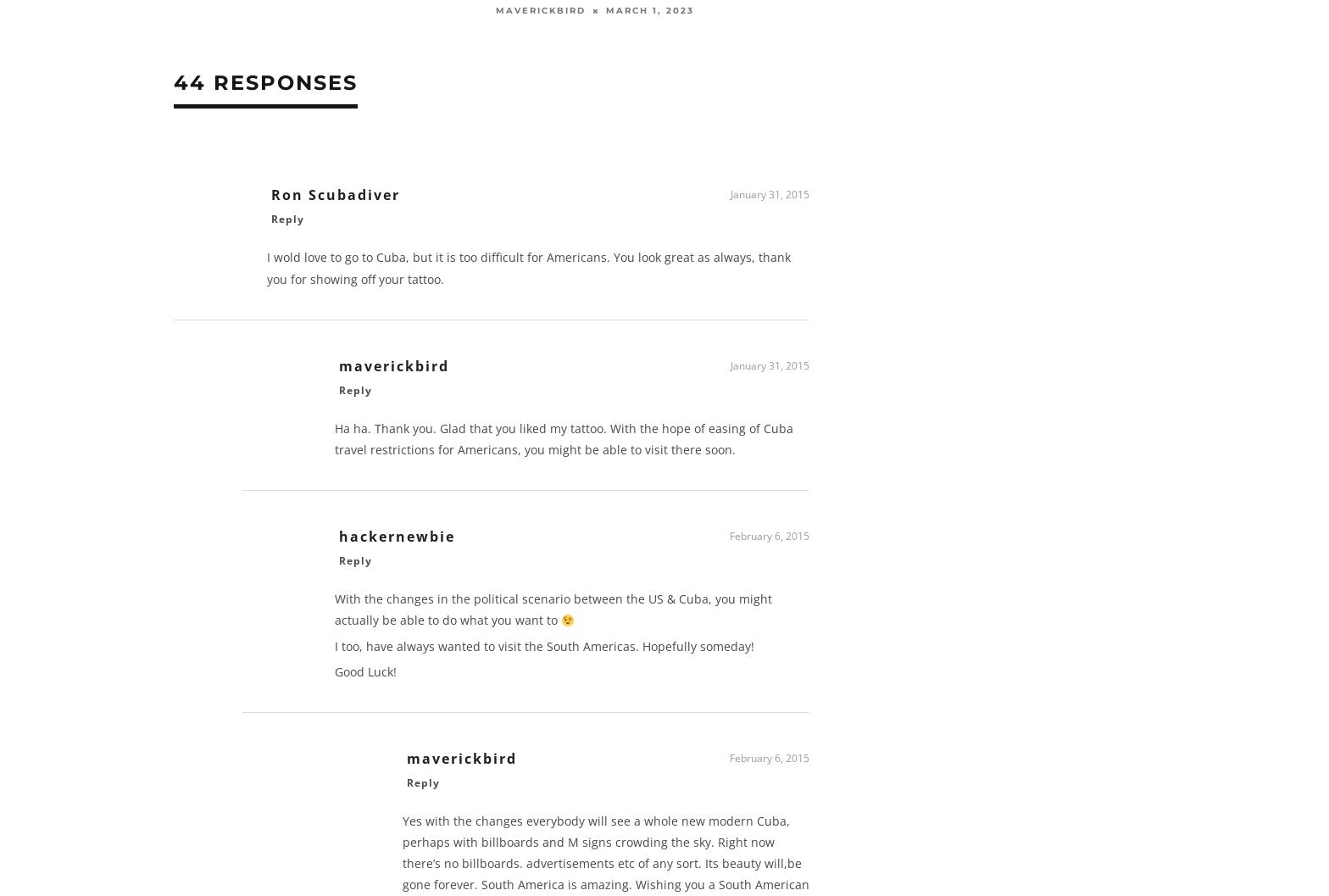 The height and width of the screenshot is (896, 1329). What do you see at coordinates (271, 199) in the screenshot?
I see `'Ron Scubadiver'` at bounding box center [271, 199].